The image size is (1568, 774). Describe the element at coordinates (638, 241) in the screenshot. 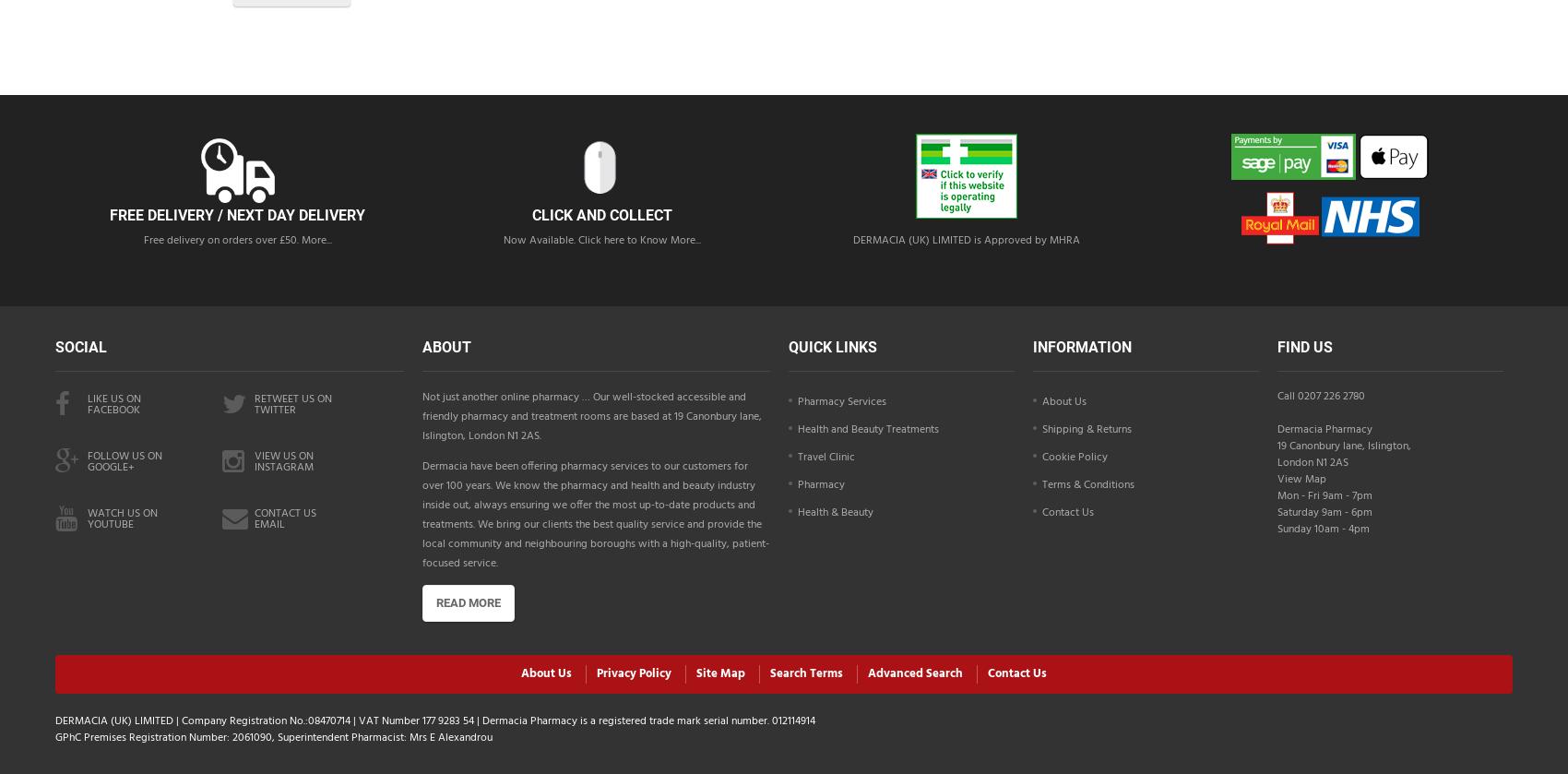

I see `'Click here to Know More...'` at that location.